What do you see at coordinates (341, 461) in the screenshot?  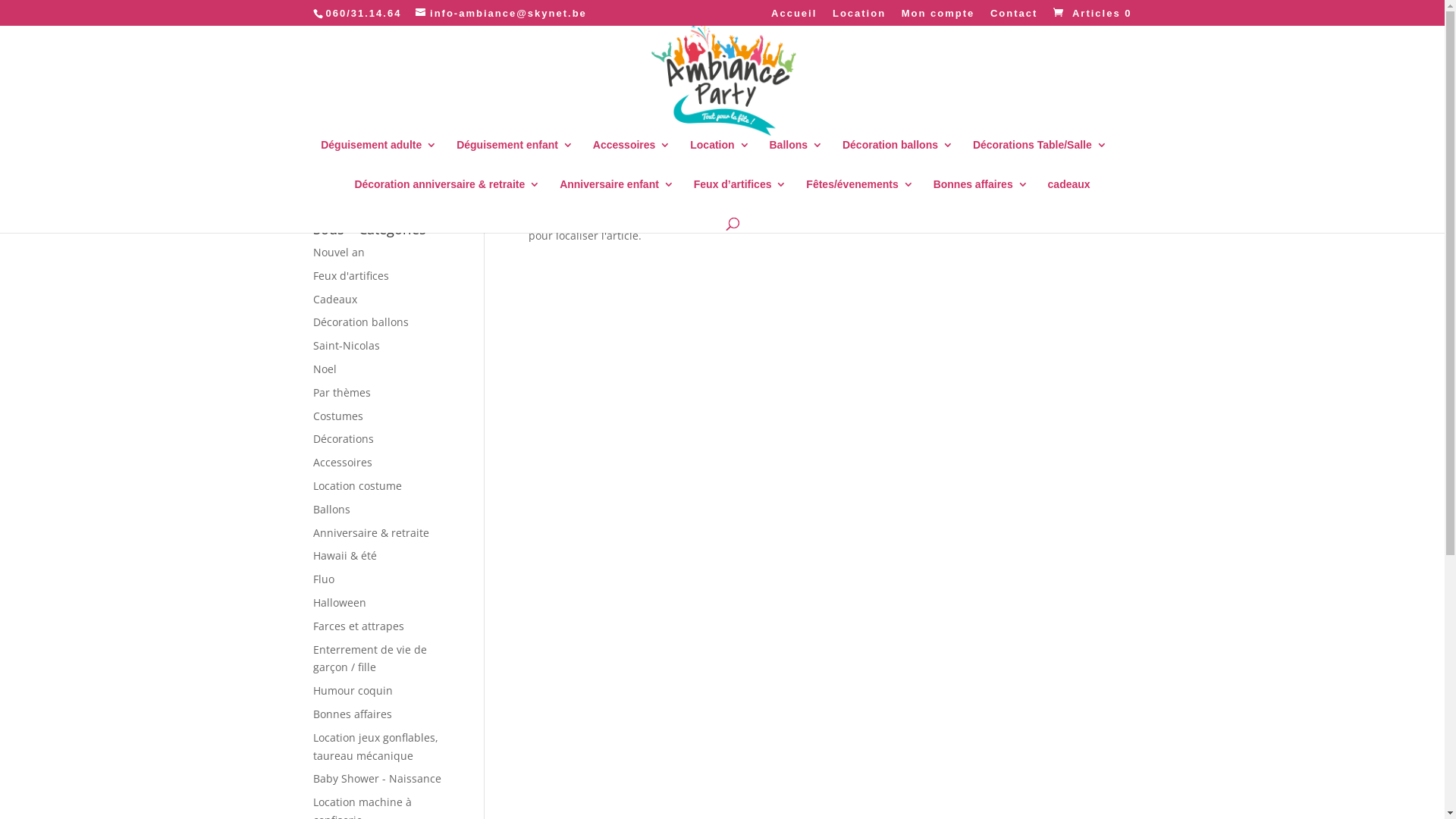 I see `'Accessoires'` at bounding box center [341, 461].